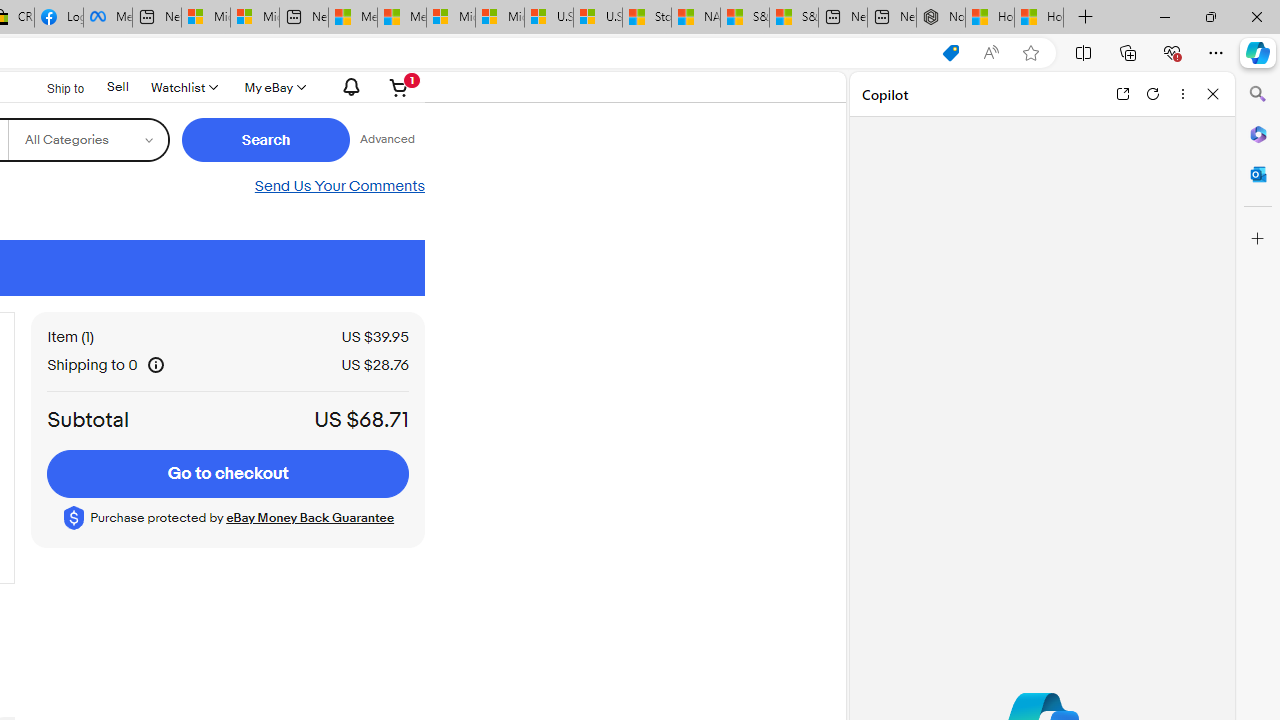  What do you see at coordinates (183, 86) in the screenshot?
I see `'WatchlistExpand Watch List'` at bounding box center [183, 86].